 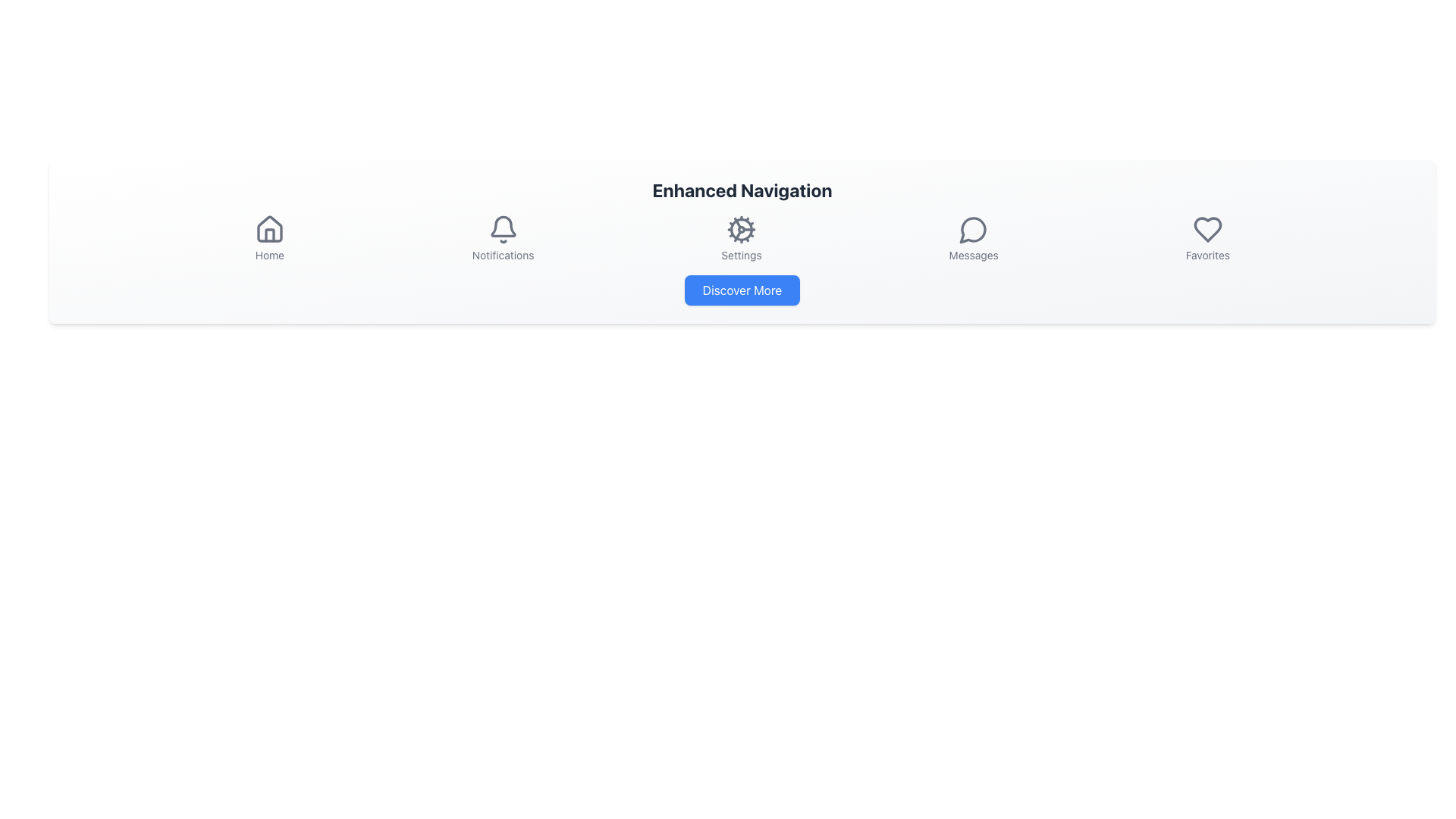 I want to click on the notification bell icon, which is a gray vector graphic located in the second position from the left in a horizontal navigation bar, so click(x=503, y=226).